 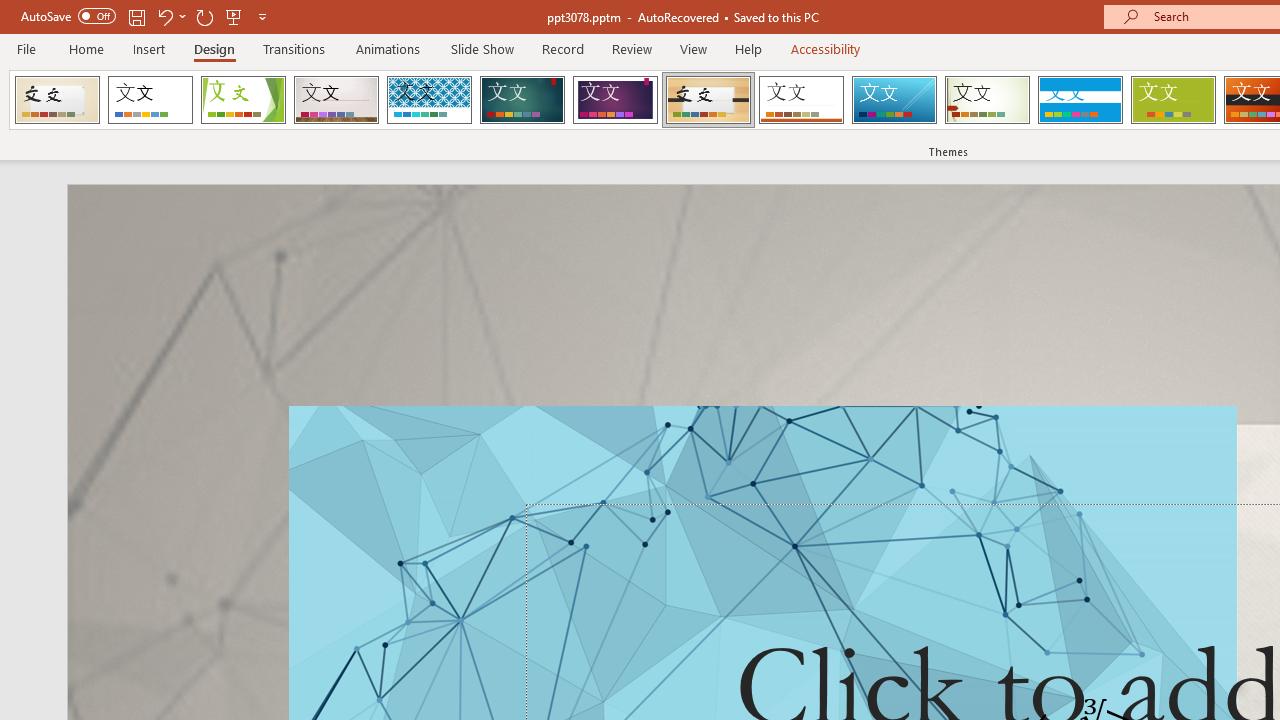 I want to click on 'Quick Access Toolbar', so click(x=144, y=16).